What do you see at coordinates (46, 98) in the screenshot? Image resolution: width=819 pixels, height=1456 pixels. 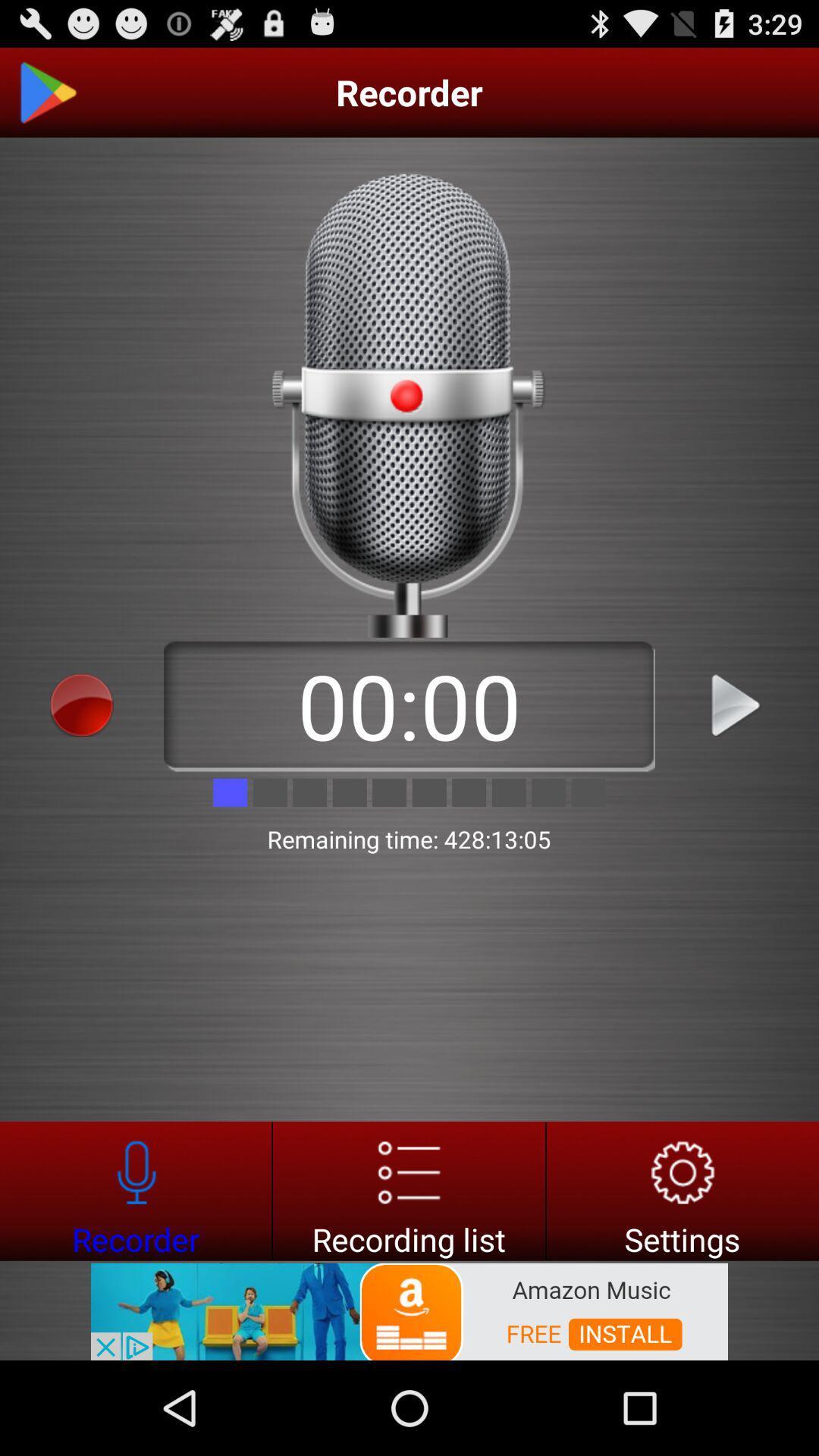 I see `the play icon` at bounding box center [46, 98].